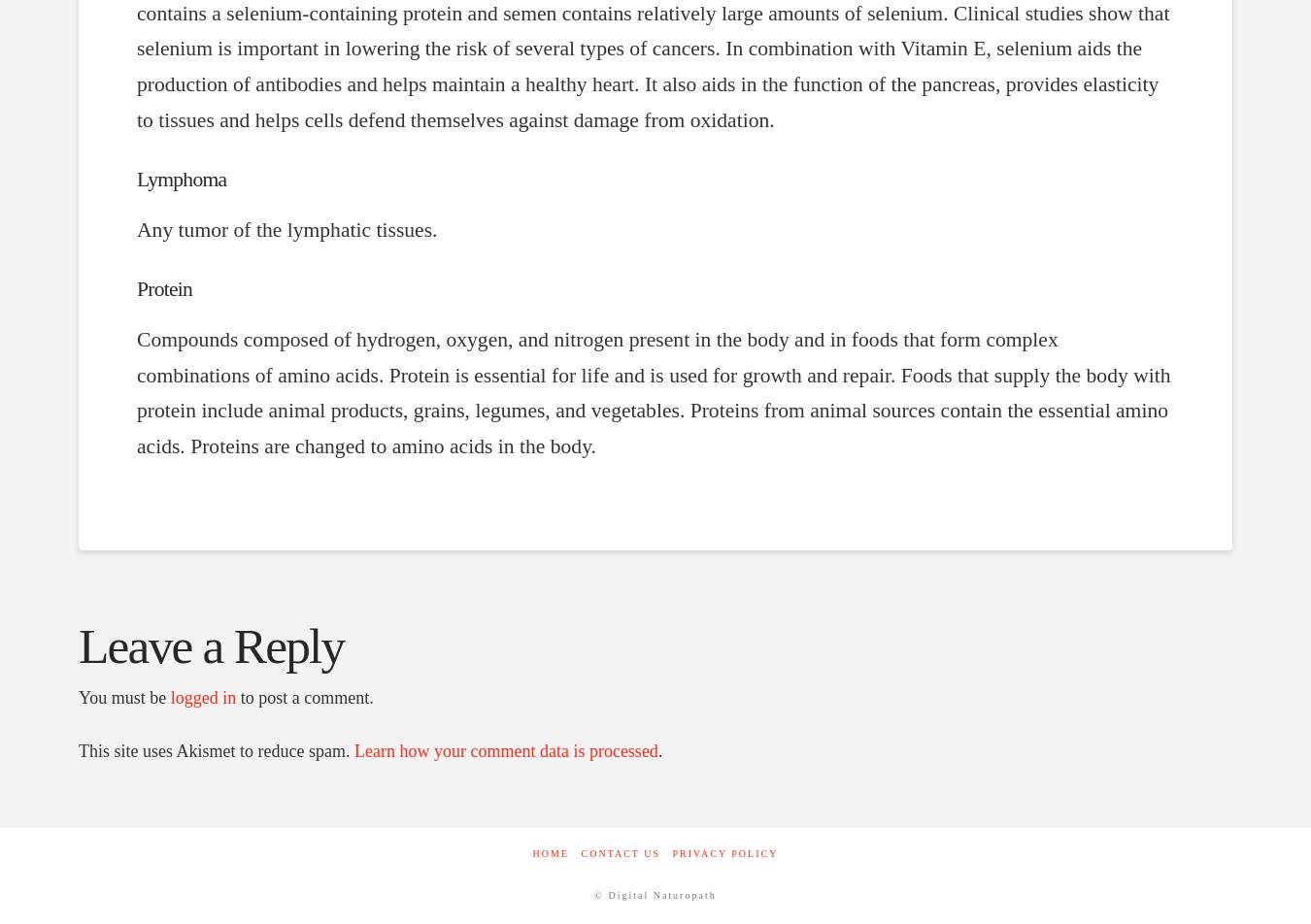 This screenshot has height=924, width=1311. What do you see at coordinates (286, 229) in the screenshot?
I see `'Any tumor of the lymphatic tissues.'` at bounding box center [286, 229].